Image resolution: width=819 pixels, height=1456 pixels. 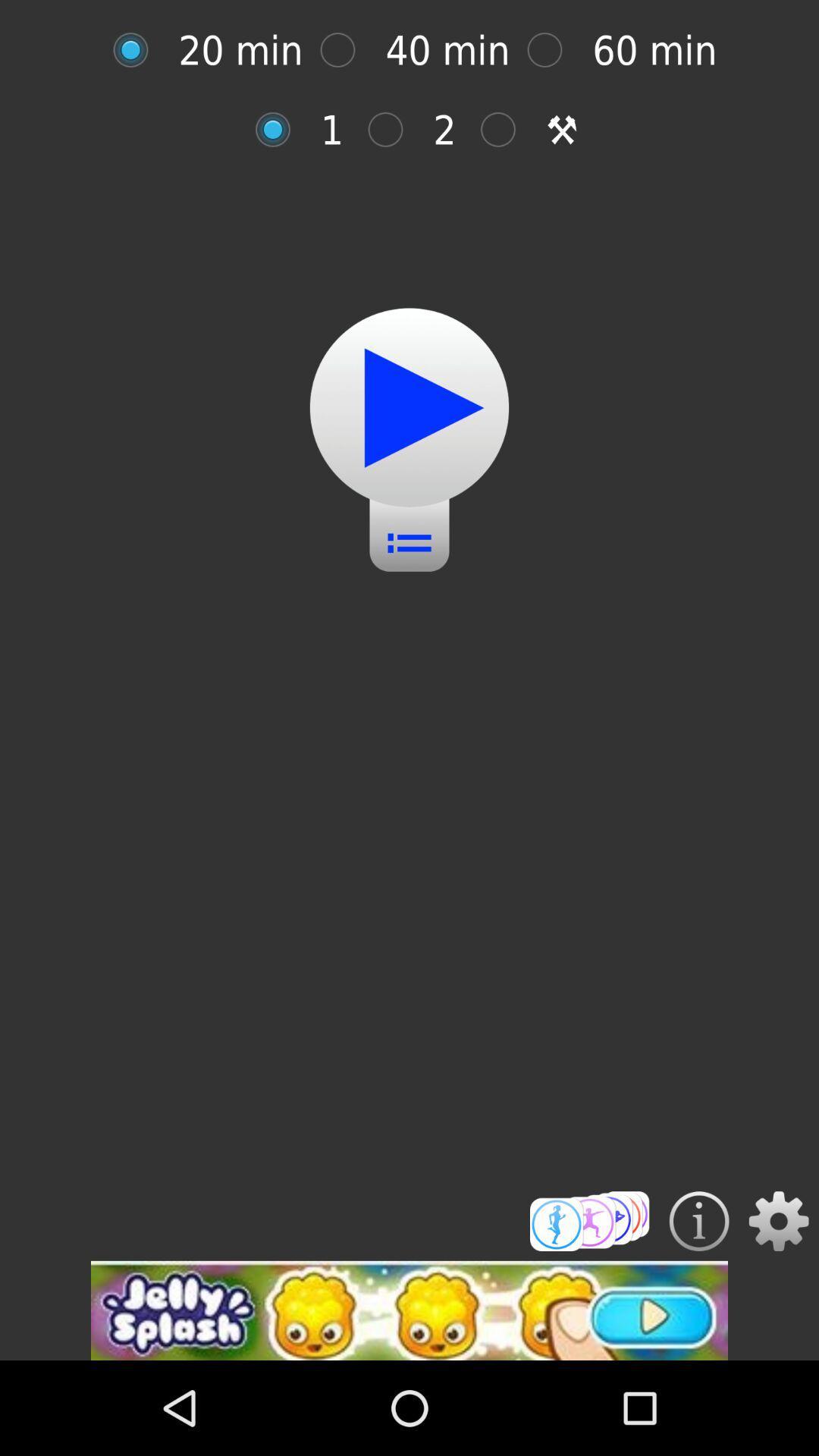 I want to click on option, so click(x=553, y=50).